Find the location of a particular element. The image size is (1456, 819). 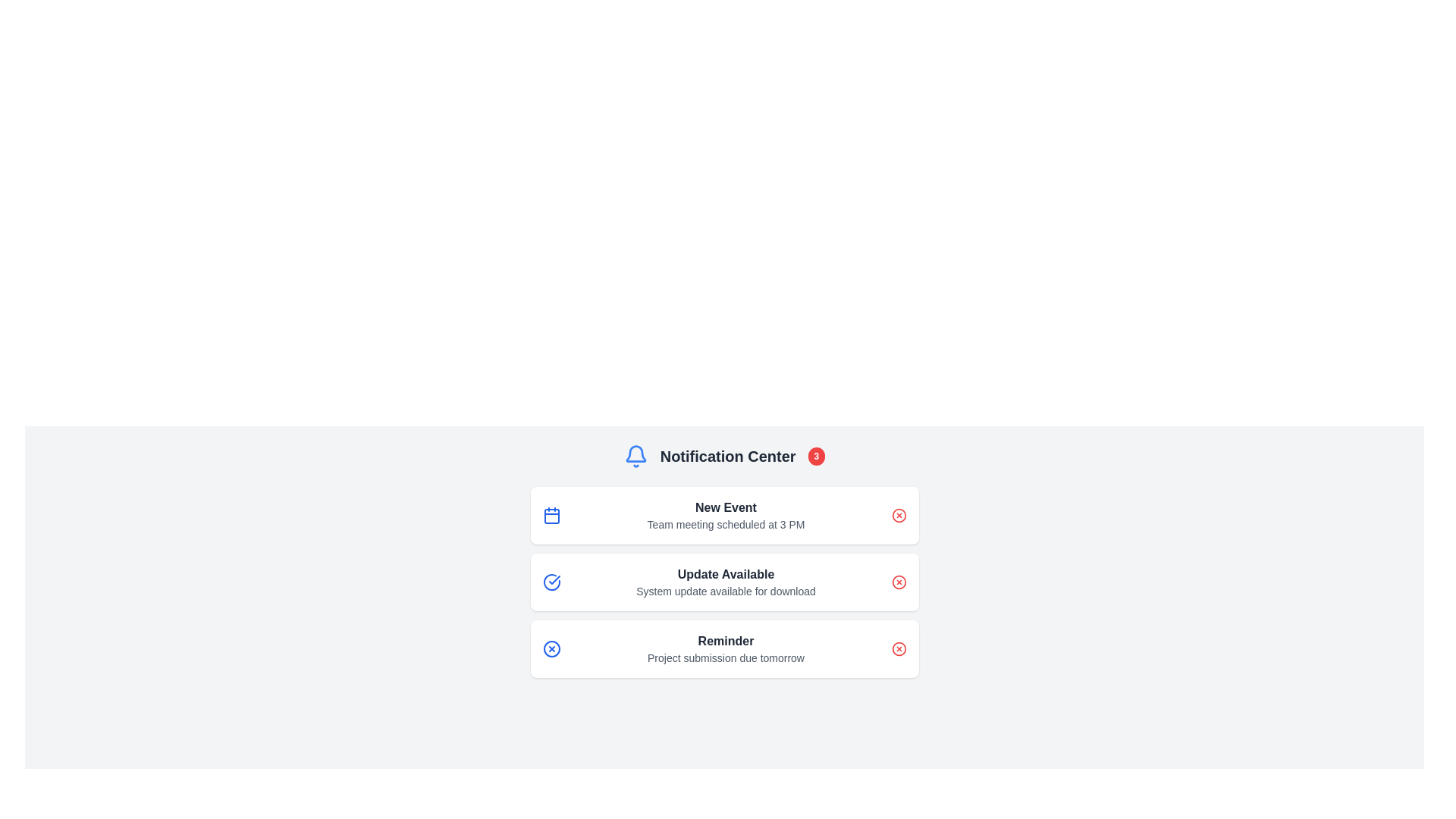

the static text label that serves as the title for the notification card, which provides a summary of the notification context, located at the top of the first notification card in the Notification Center interface is located at coordinates (725, 508).